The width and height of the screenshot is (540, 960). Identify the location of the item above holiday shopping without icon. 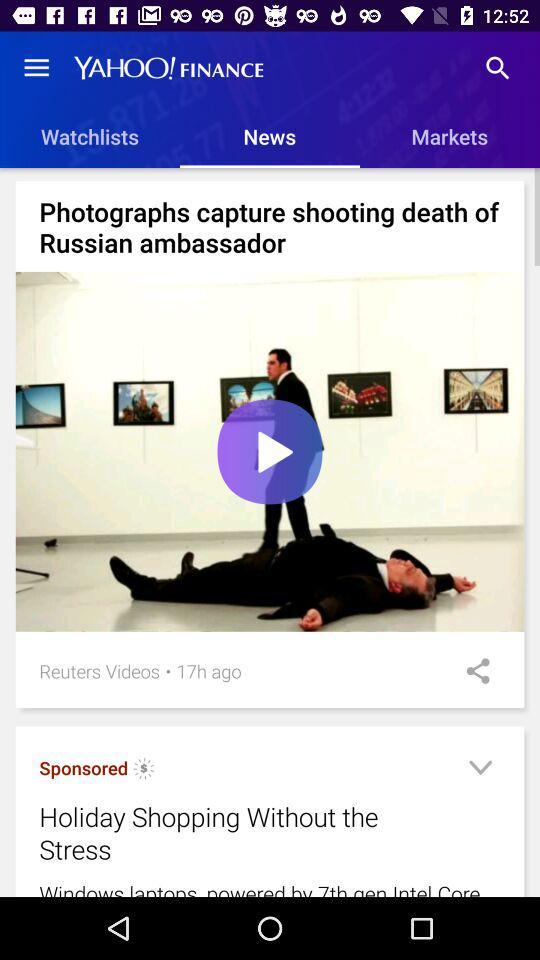
(208, 671).